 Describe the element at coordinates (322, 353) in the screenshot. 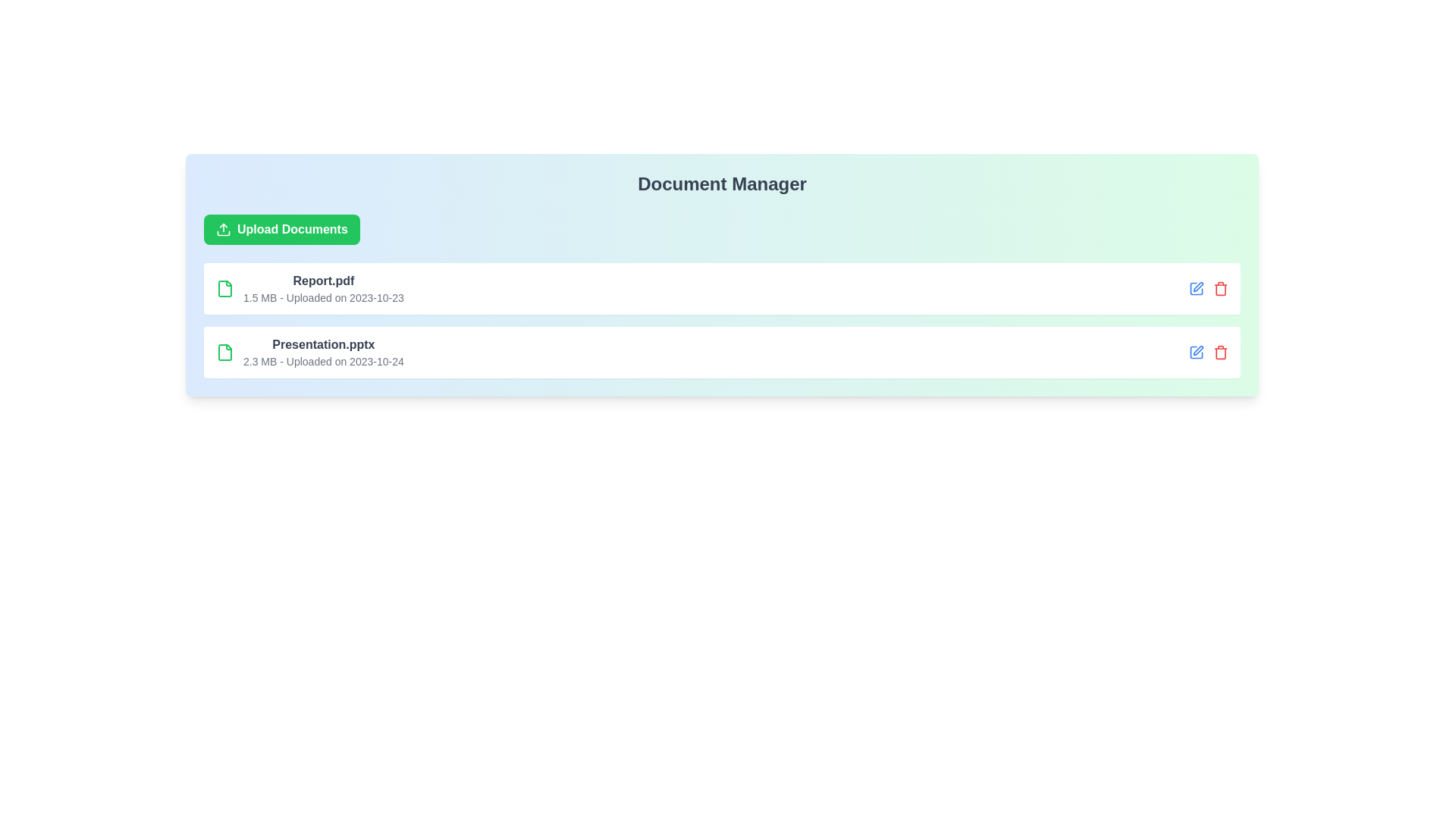

I see `informational text display about the file 'Presentation.pptx', which is the second entry in the list of documents, located below 'Report.pdf'` at that location.